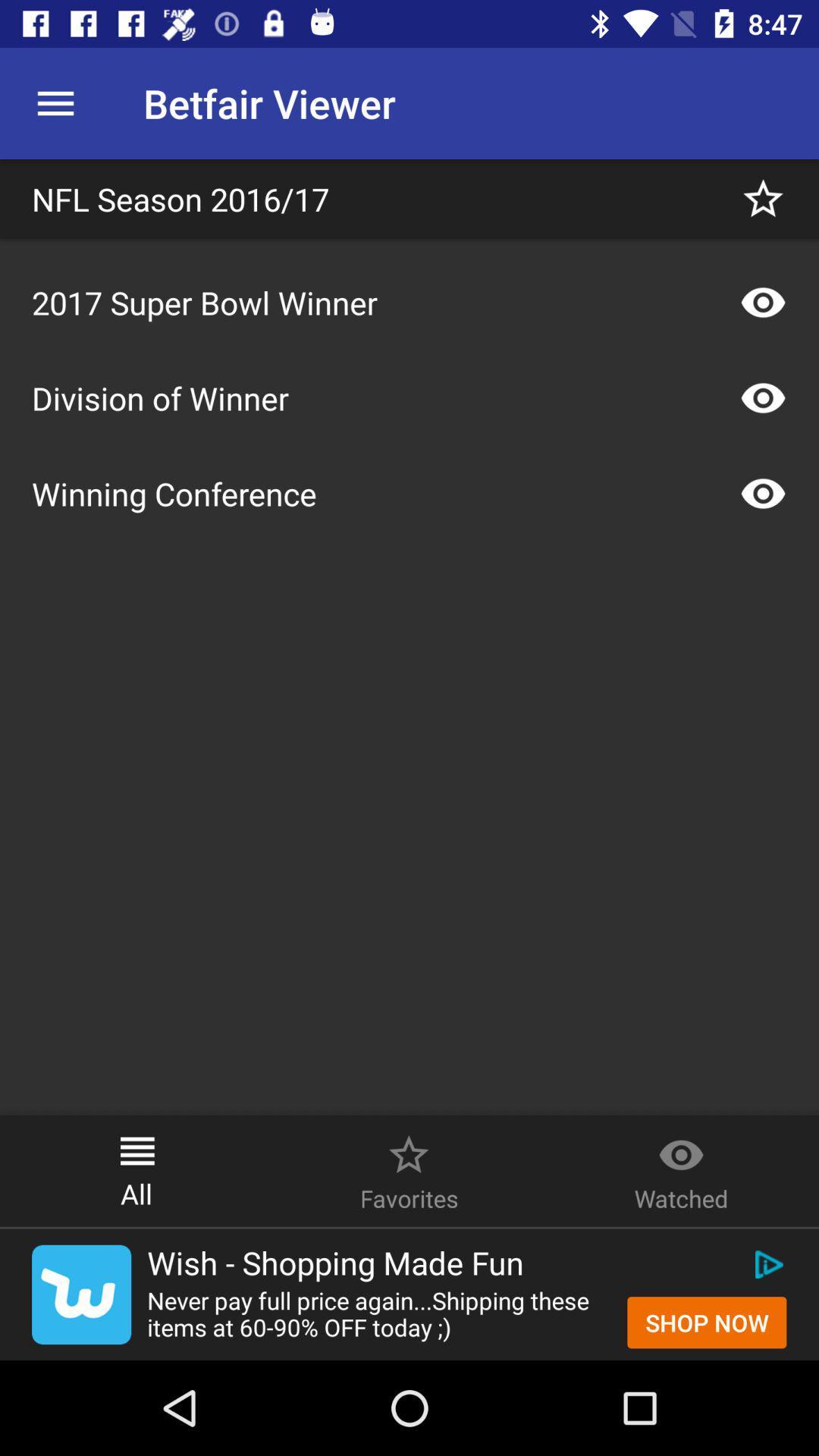 Image resolution: width=819 pixels, height=1456 pixels. What do you see at coordinates (763, 397) in the screenshot?
I see `the icon on the right side of division of winner` at bounding box center [763, 397].